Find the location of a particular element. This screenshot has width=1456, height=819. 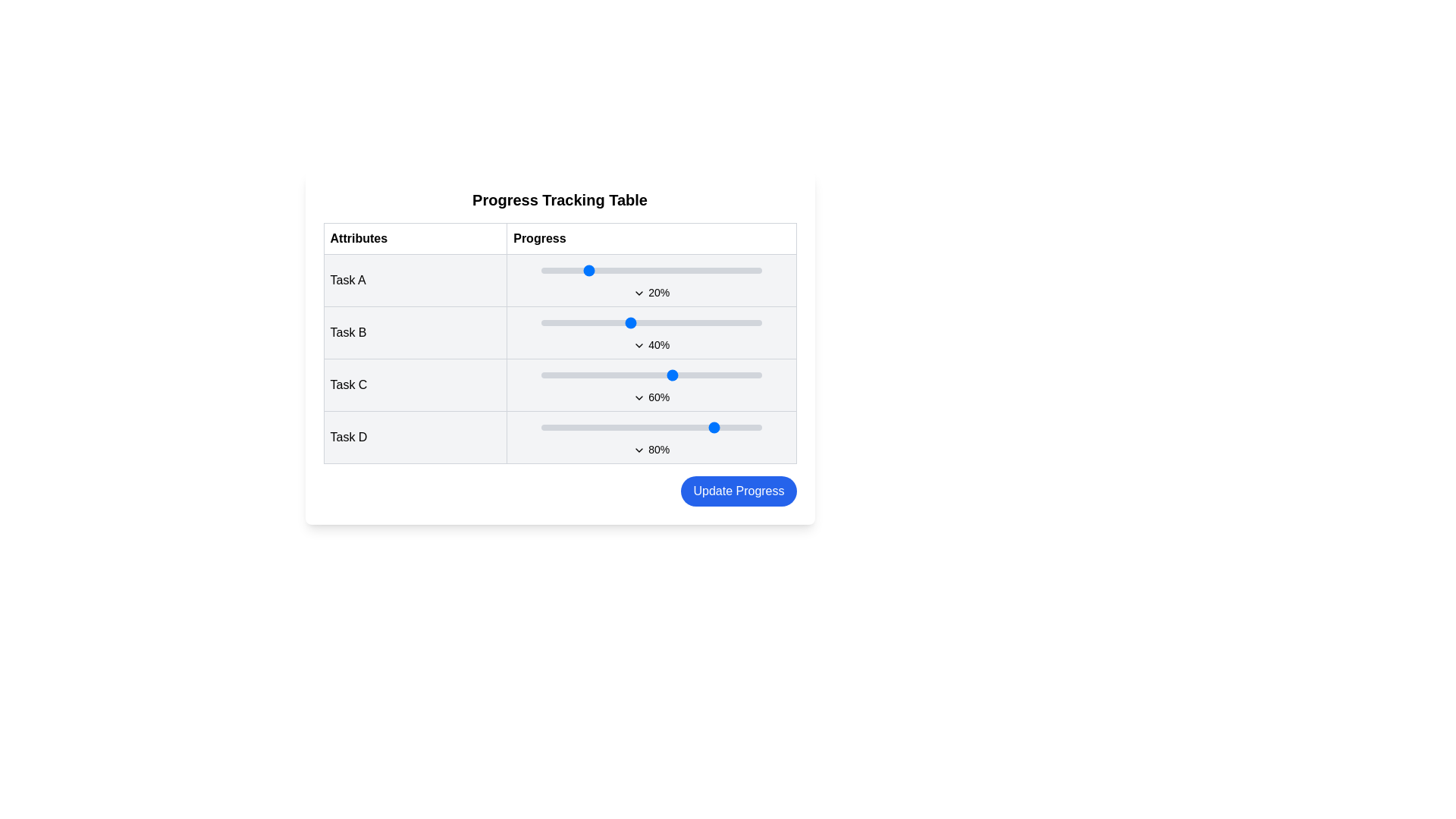

the progress of Task B is located at coordinates (739, 322).